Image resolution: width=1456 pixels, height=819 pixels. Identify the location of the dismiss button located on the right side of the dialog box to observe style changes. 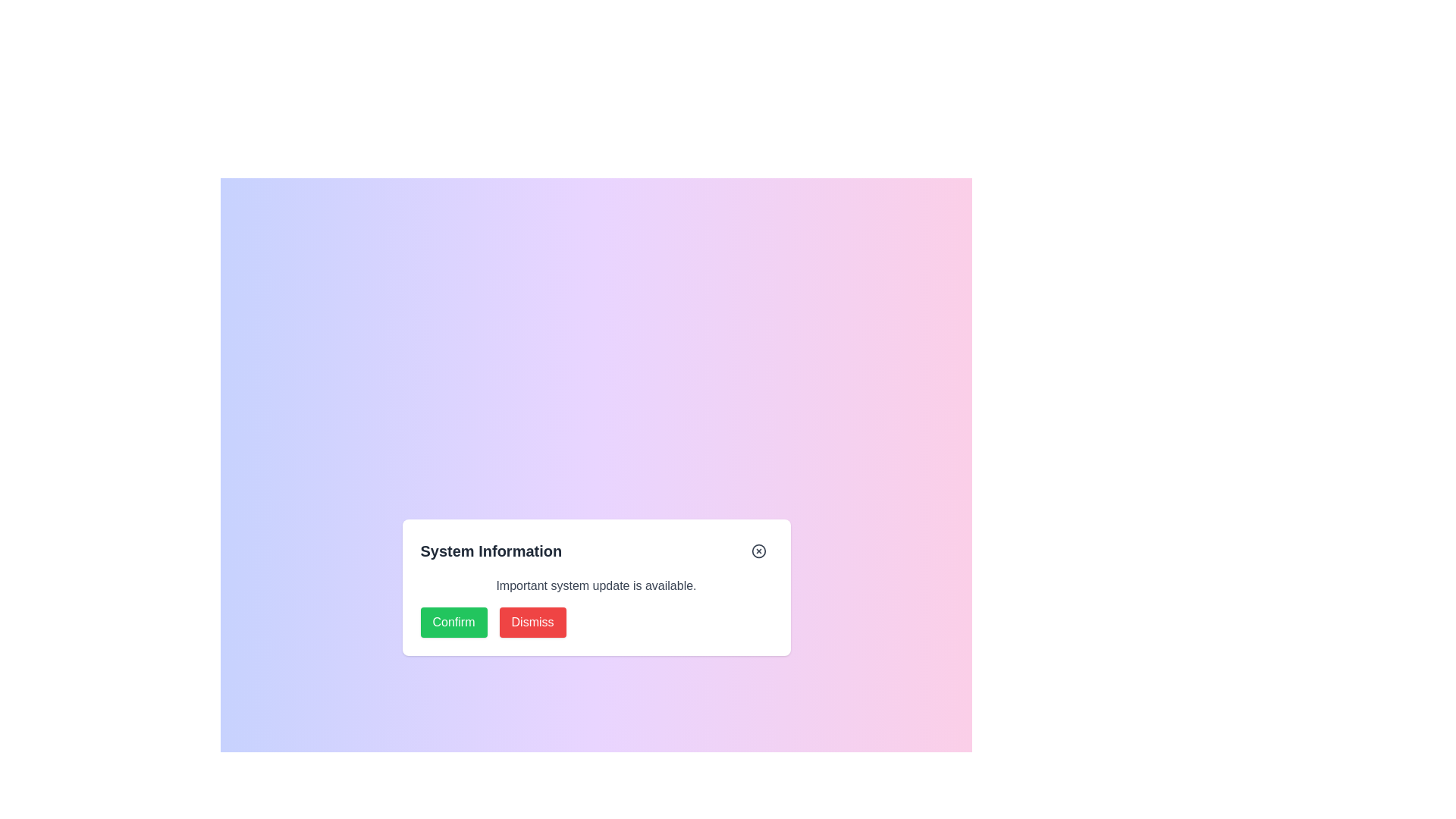
(532, 623).